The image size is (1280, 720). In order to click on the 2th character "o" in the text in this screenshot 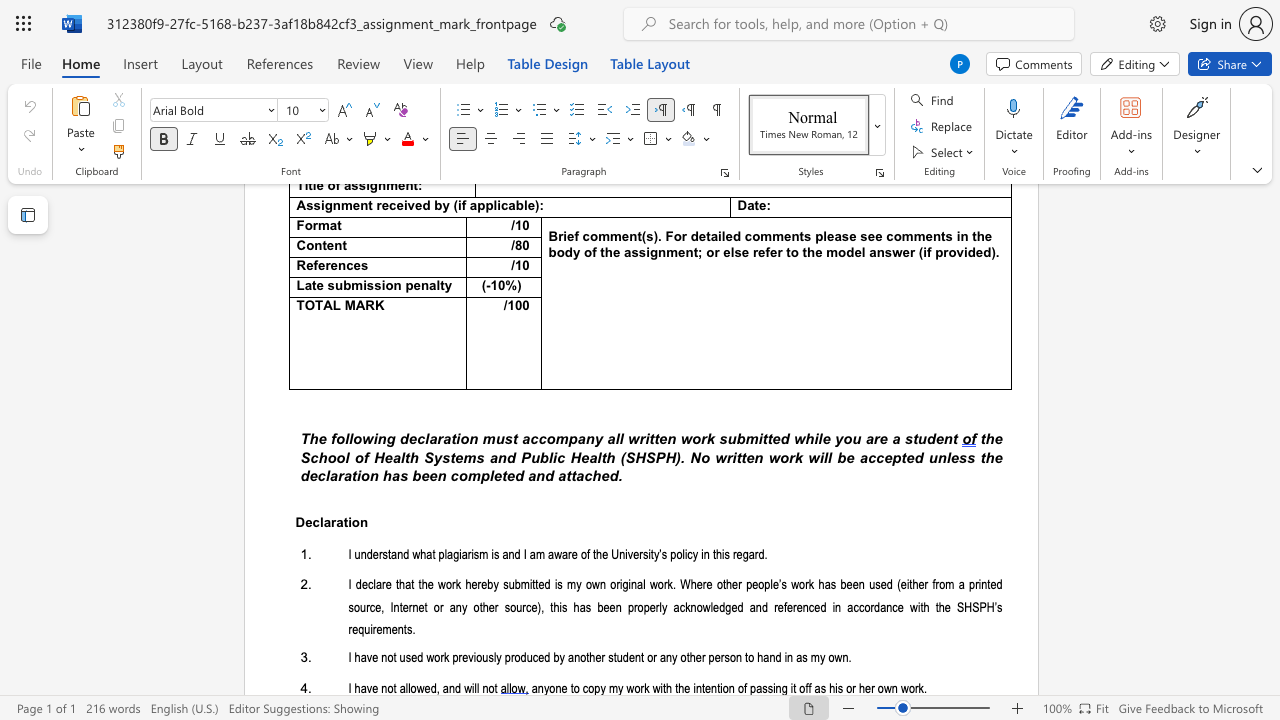, I will do `click(357, 438)`.